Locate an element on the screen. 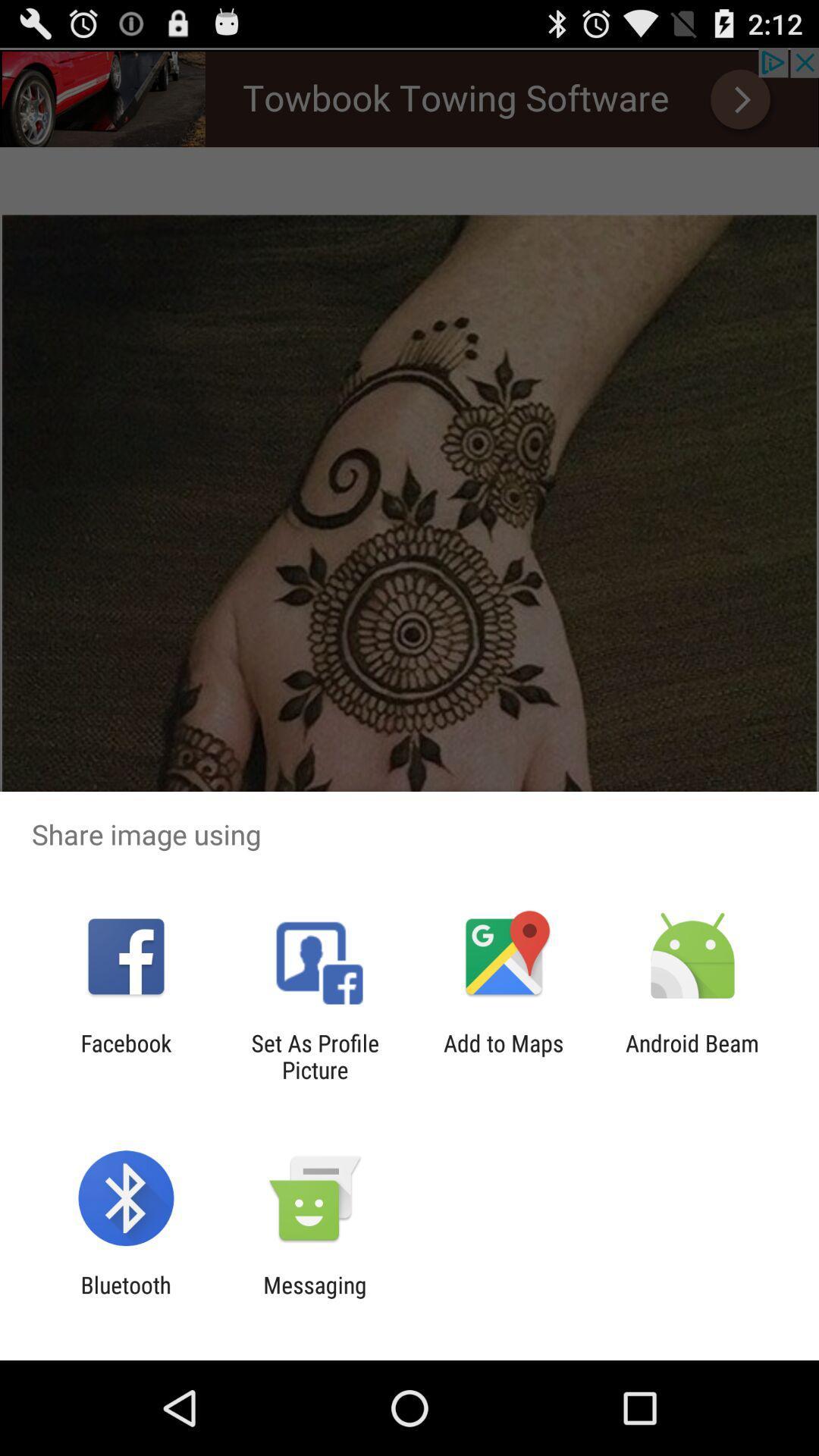  icon to the right of set as profile app is located at coordinates (504, 1056).